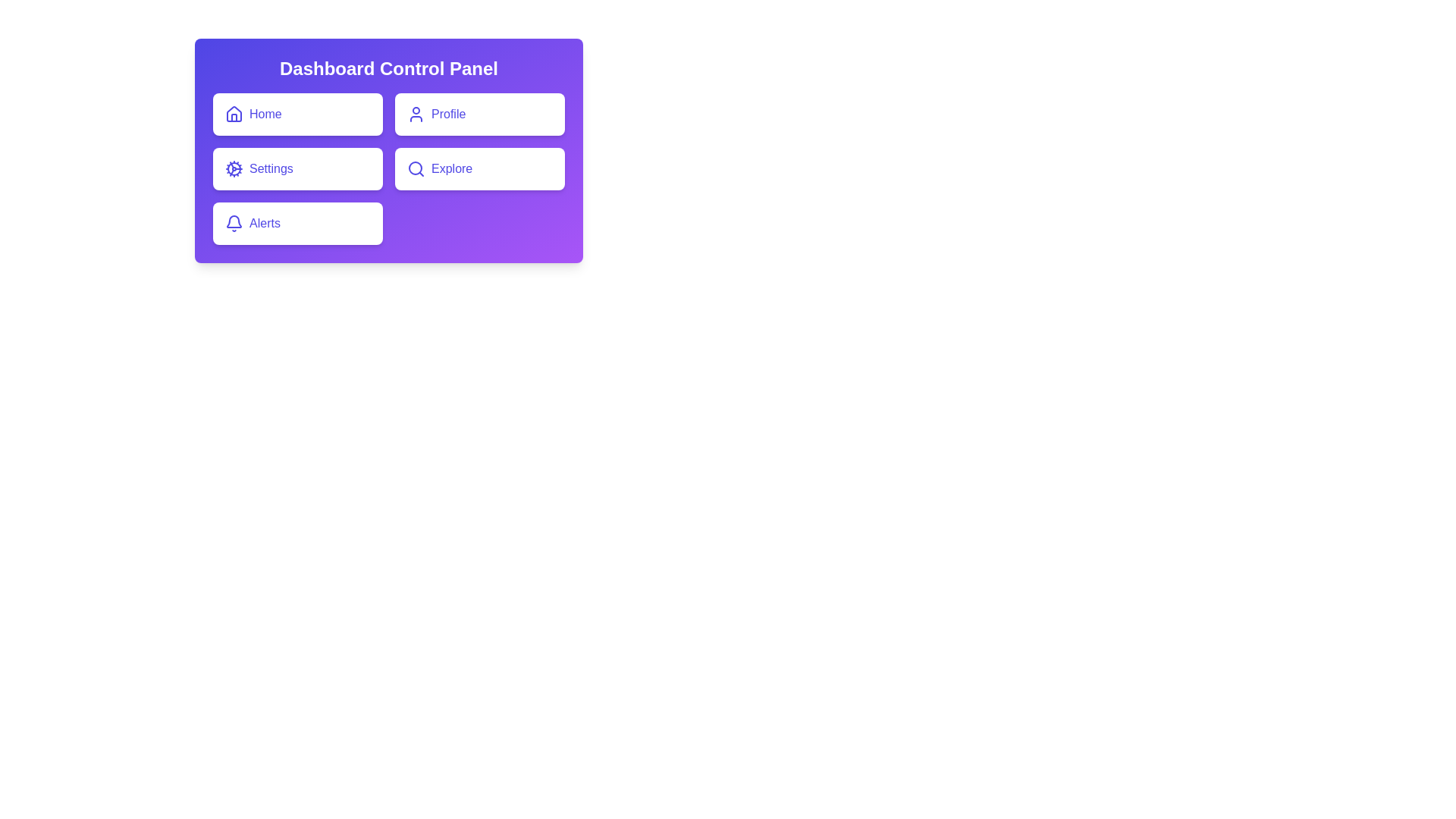 This screenshot has height=819, width=1456. I want to click on the cog-shaped settings icon, which is styled in a purple stroke and located within the settings button to the left of the text 'Settings', so click(233, 169).